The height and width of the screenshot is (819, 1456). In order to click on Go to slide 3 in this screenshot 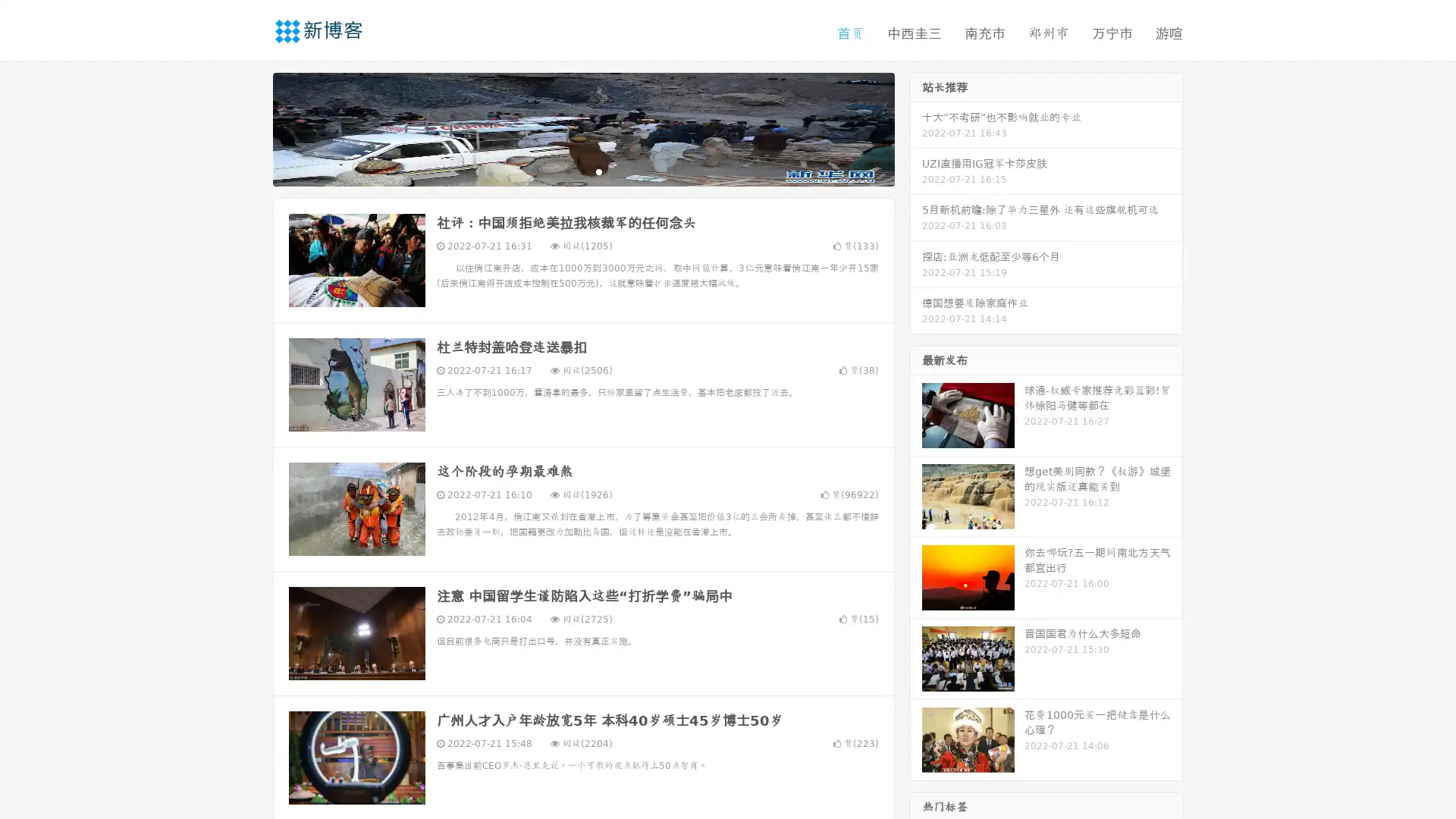, I will do `click(598, 171)`.